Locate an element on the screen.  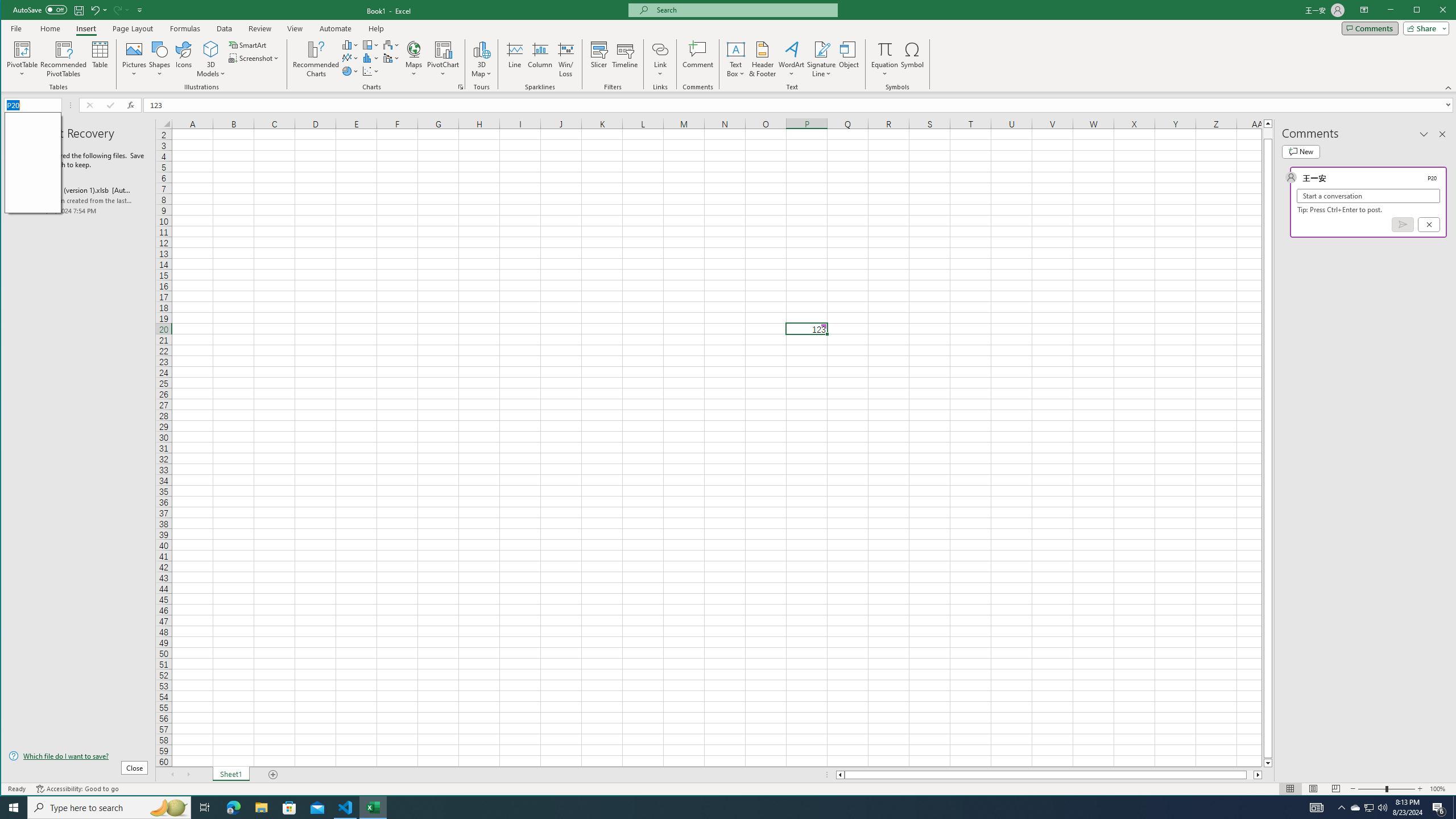
'Insert Combo Chart' is located at coordinates (391, 58).